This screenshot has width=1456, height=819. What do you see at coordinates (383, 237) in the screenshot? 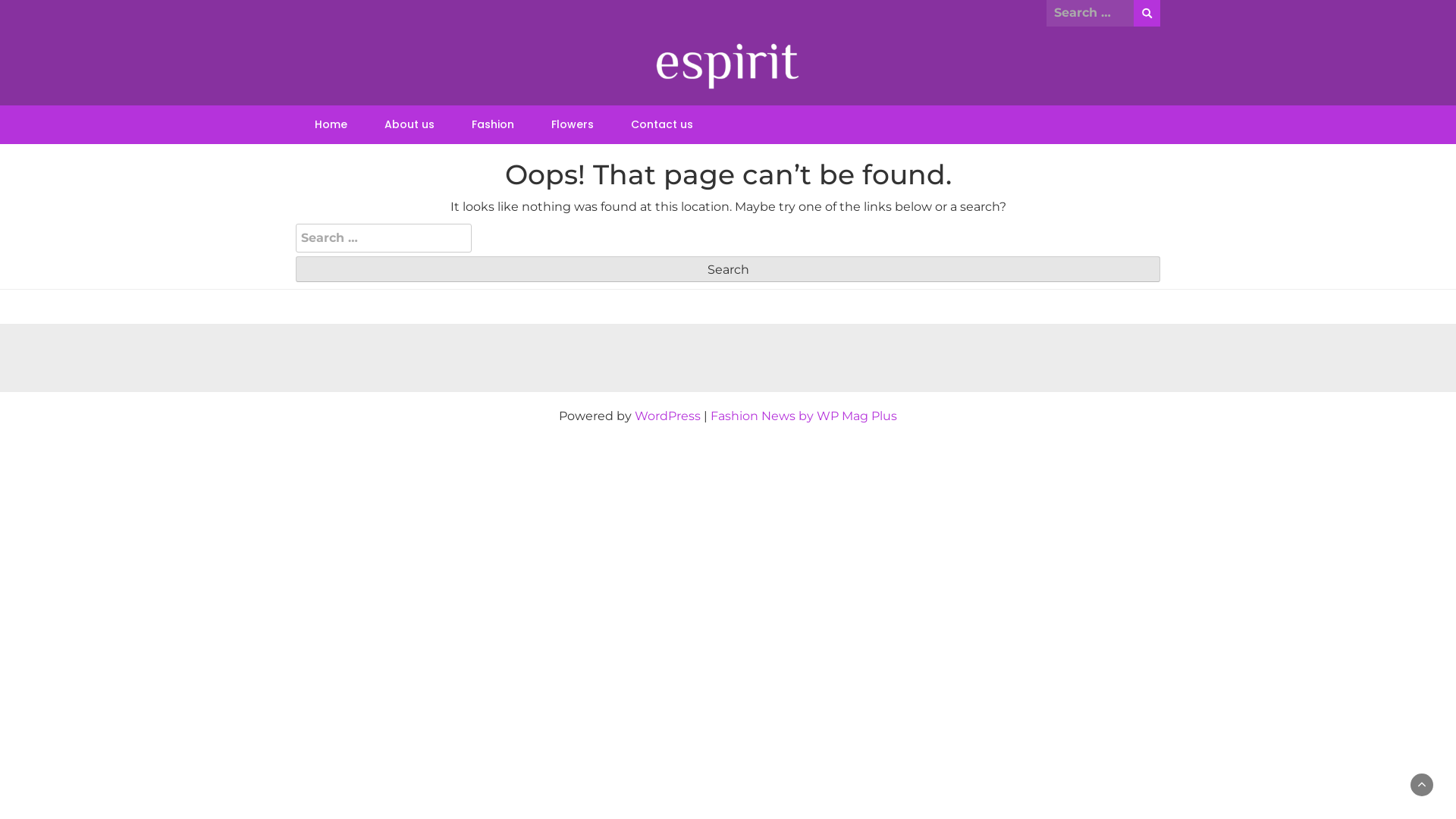
I see `'Search for:'` at bounding box center [383, 237].